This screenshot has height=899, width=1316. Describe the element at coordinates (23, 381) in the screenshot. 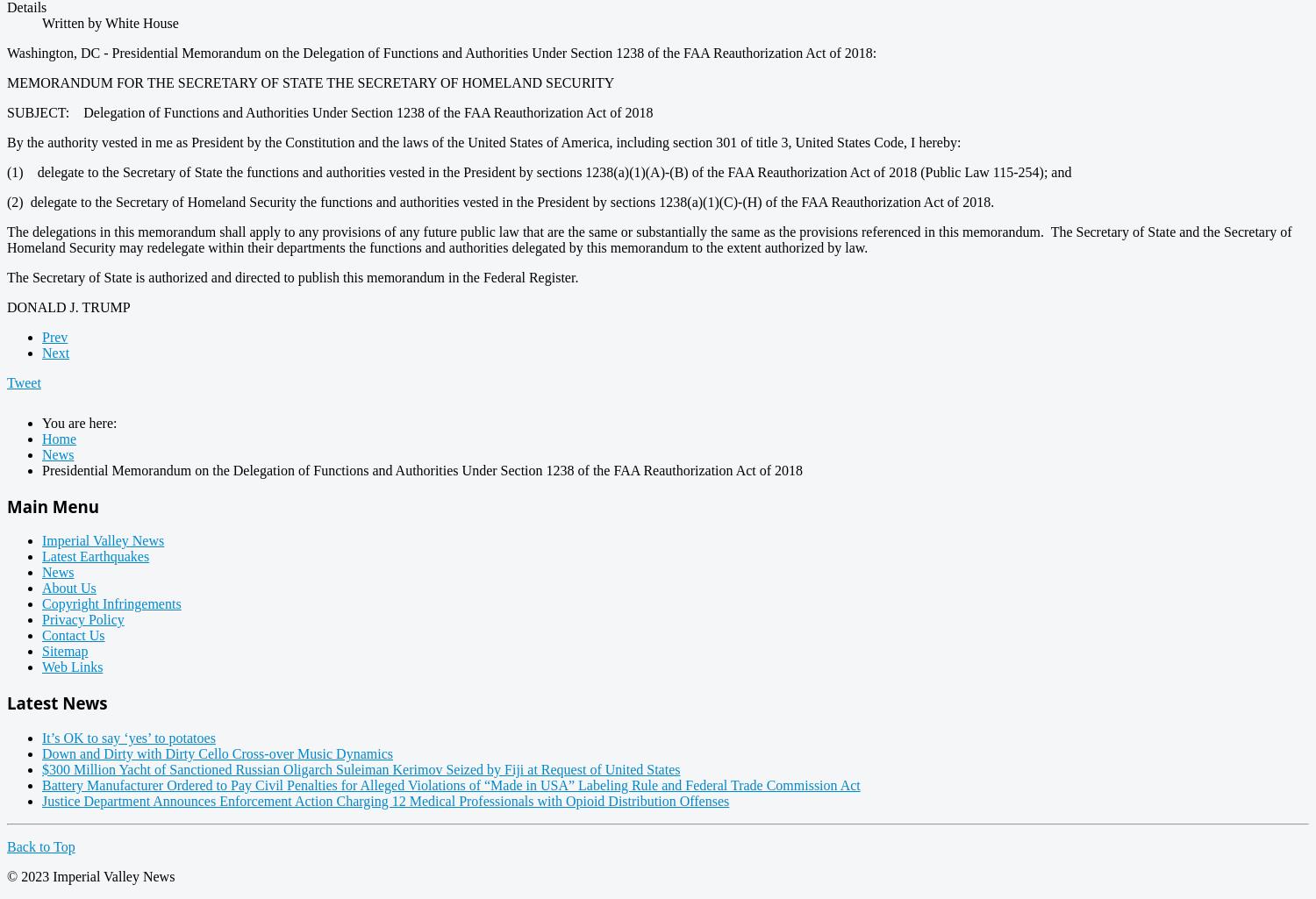

I see `'Tweet'` at that location.